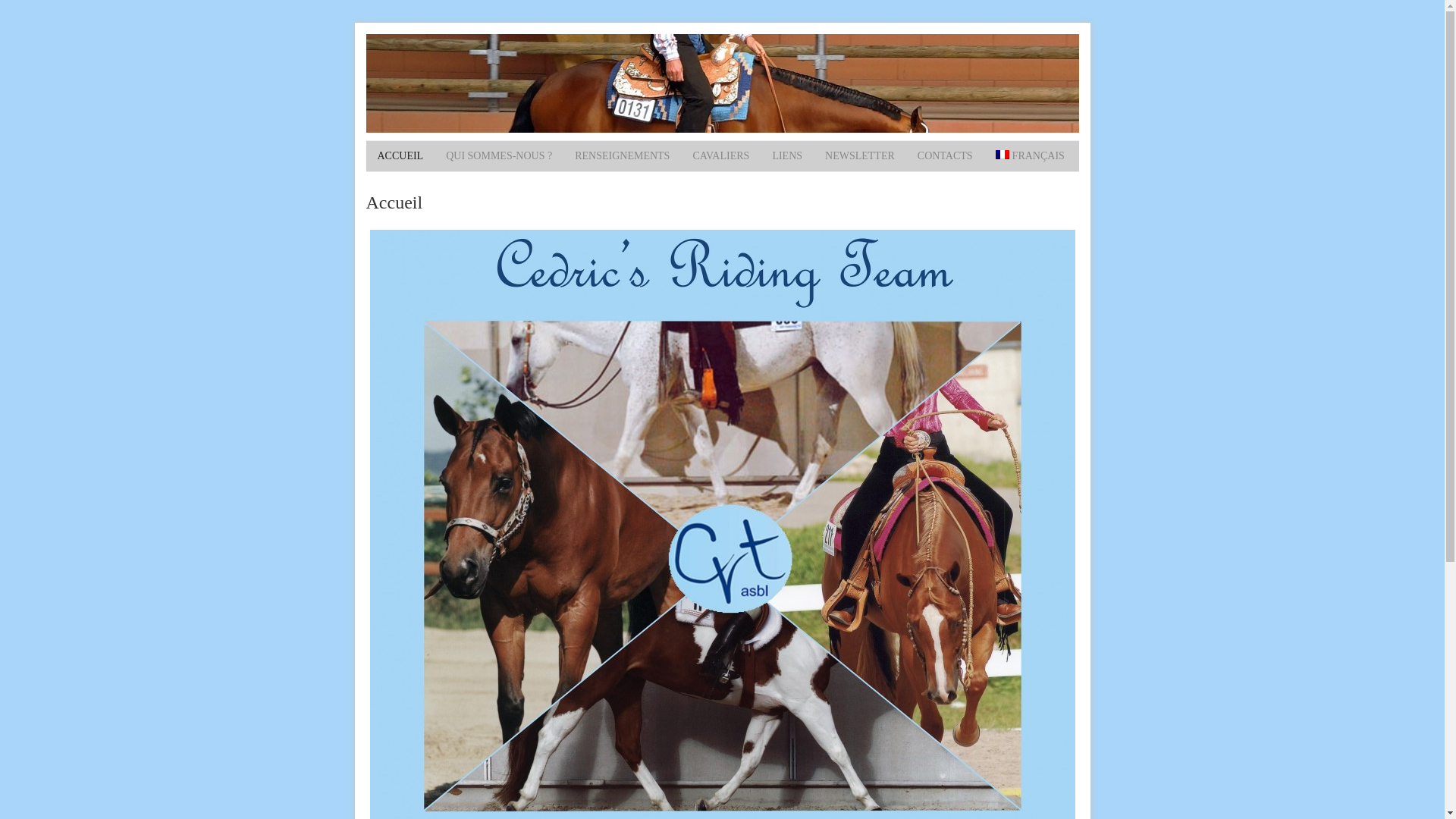  I want to click on 'LIENS', so click(786, 155).